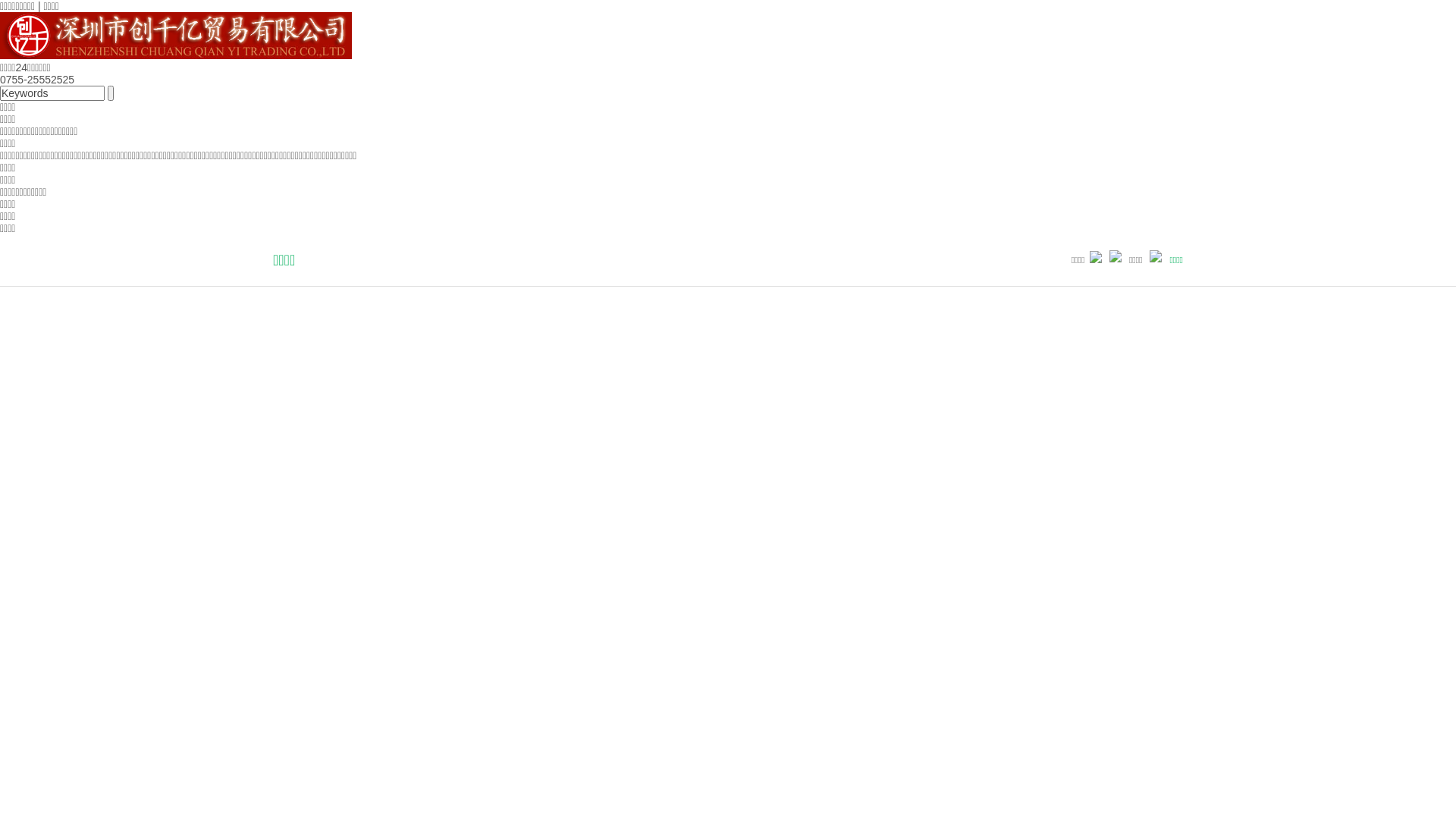 Image resolution: width=1456 pixels, height=819 pixels. I want to click on ' ', so click(109, 93).